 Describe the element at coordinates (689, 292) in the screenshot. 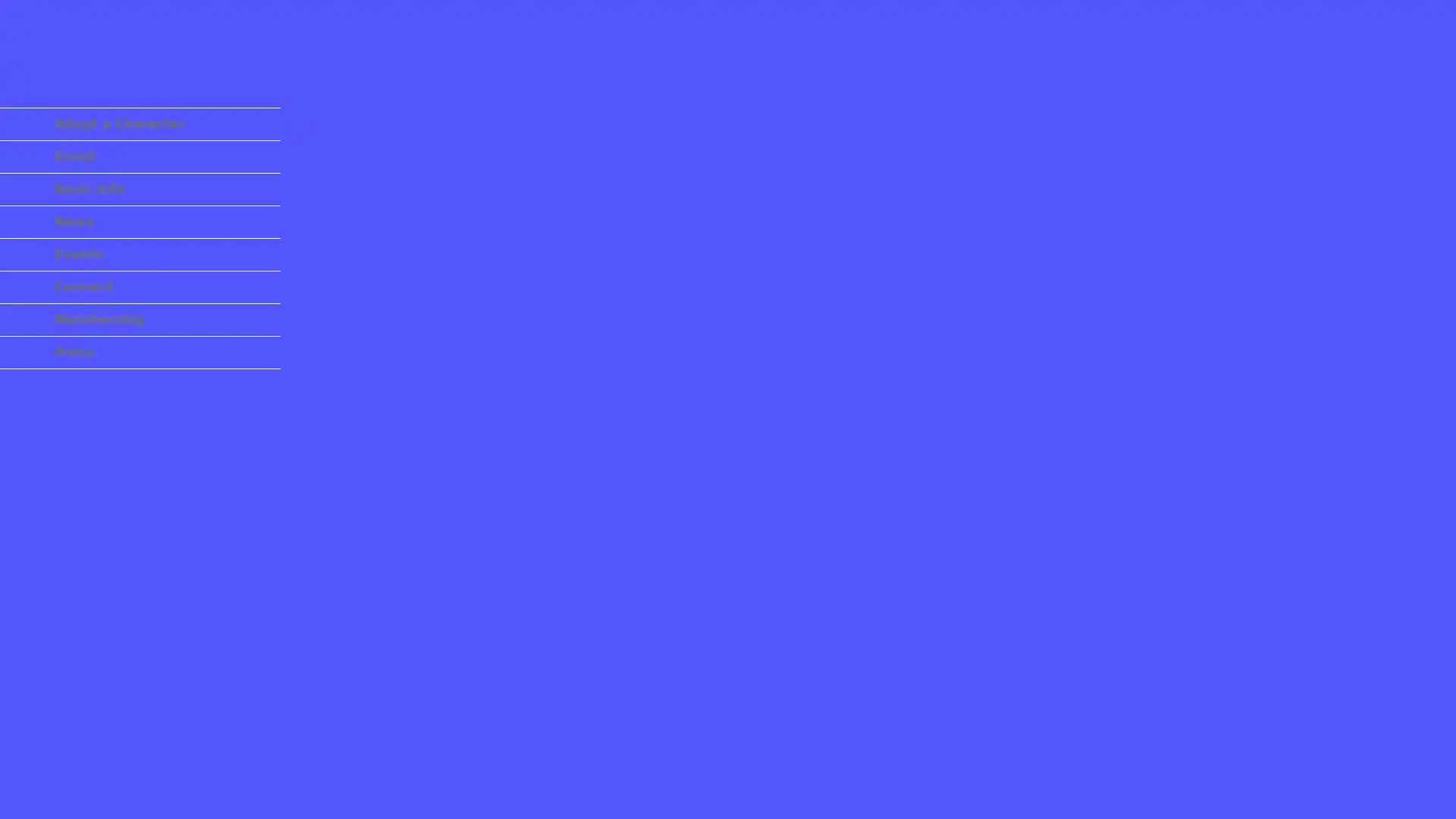

I see `U+30CE` at that location.